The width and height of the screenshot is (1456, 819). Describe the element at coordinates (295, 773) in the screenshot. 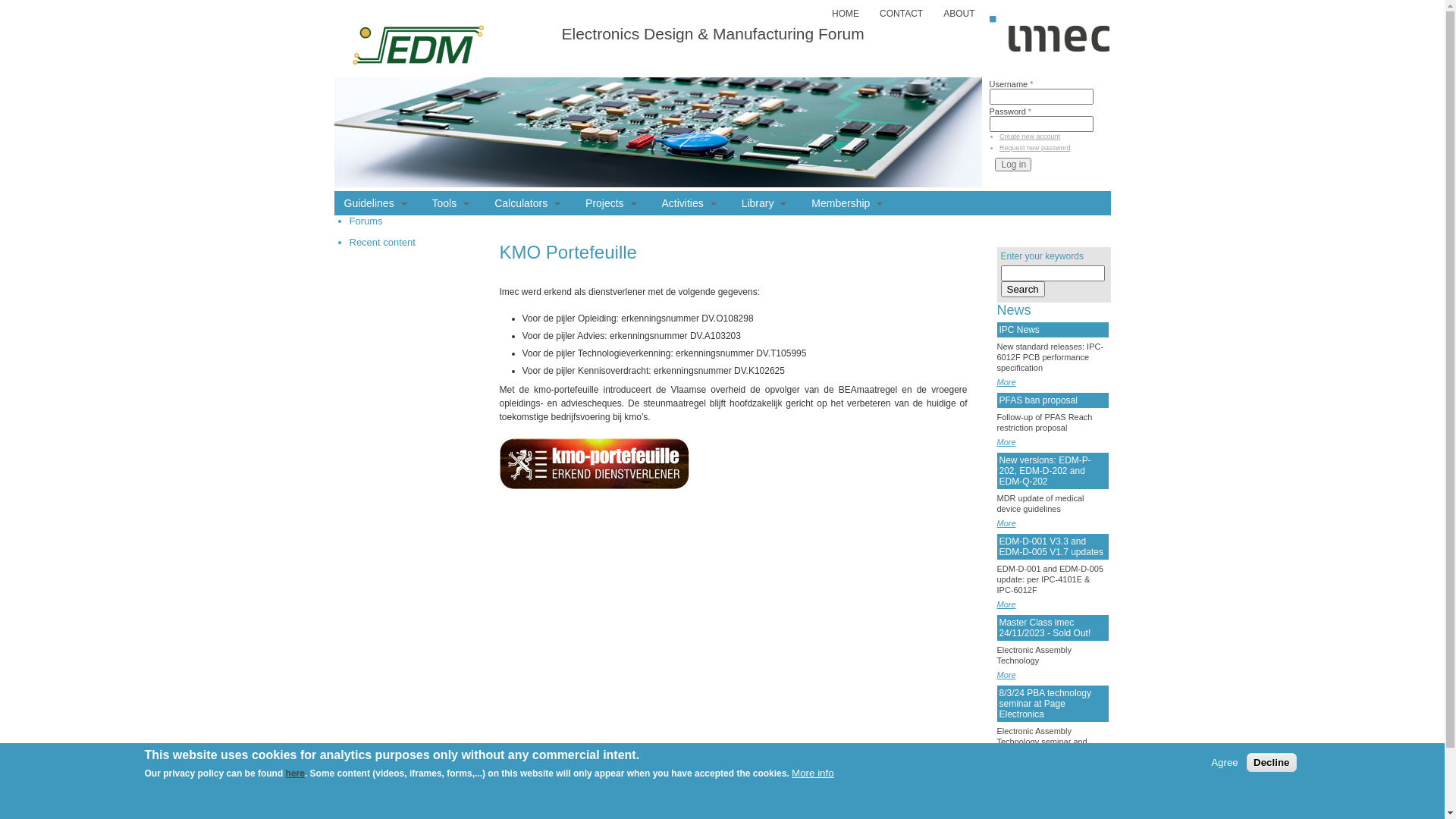

I see `'here'` at that location.